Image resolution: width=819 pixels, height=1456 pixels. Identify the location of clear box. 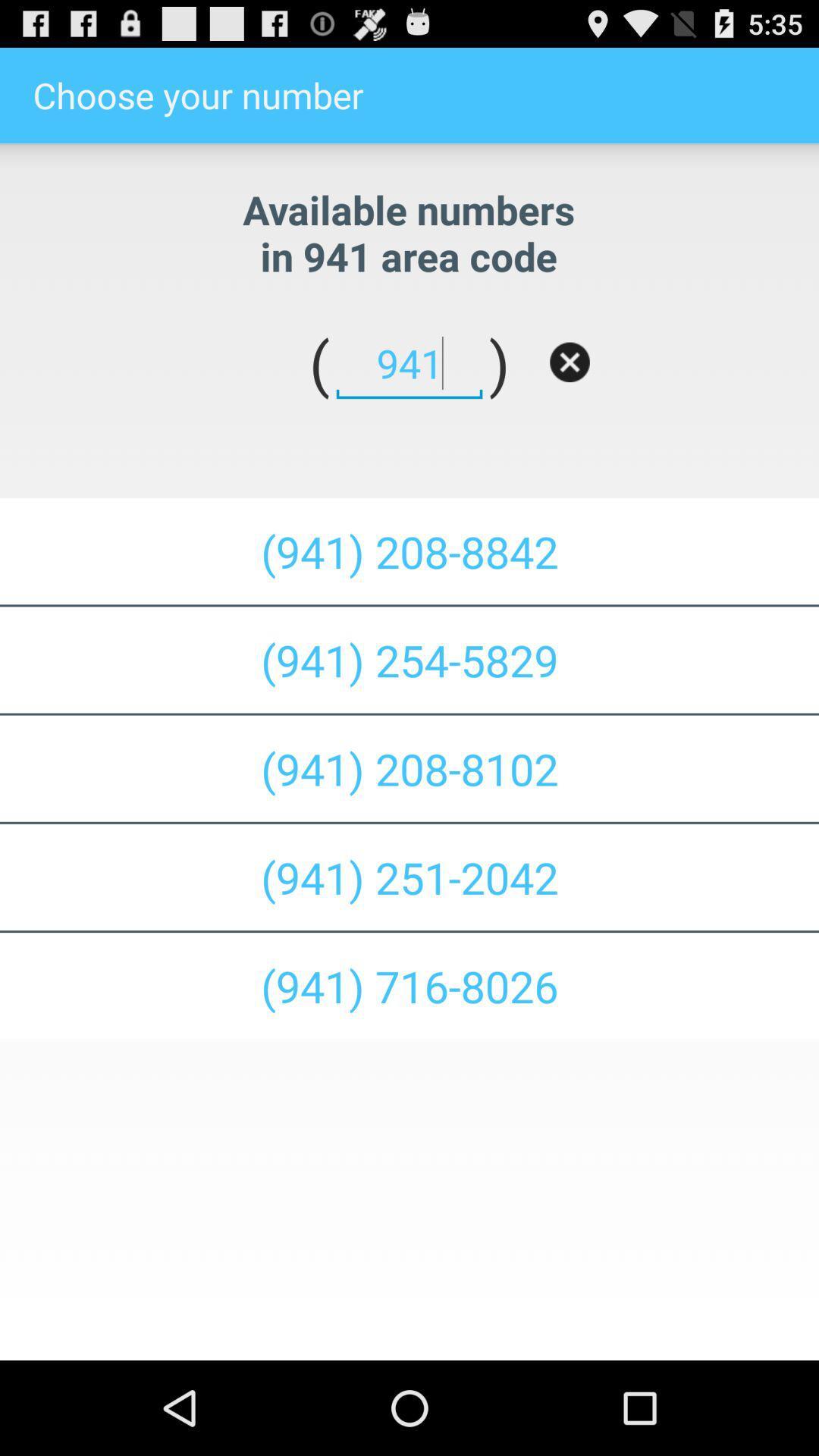
(570, 361).